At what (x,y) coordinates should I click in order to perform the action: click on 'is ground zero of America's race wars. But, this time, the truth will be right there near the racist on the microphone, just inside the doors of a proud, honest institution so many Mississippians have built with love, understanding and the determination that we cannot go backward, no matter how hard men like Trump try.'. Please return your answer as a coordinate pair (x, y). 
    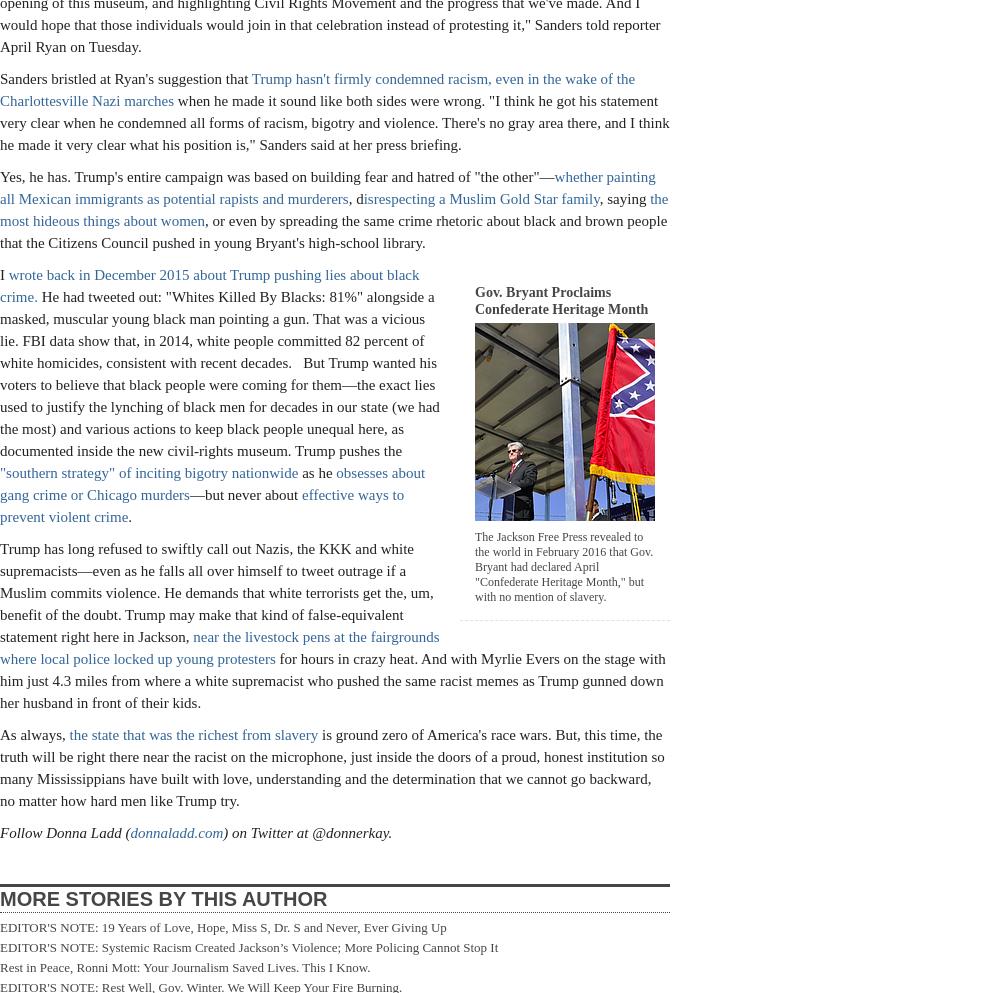
    Looking at the image, I should click on (331, 765).